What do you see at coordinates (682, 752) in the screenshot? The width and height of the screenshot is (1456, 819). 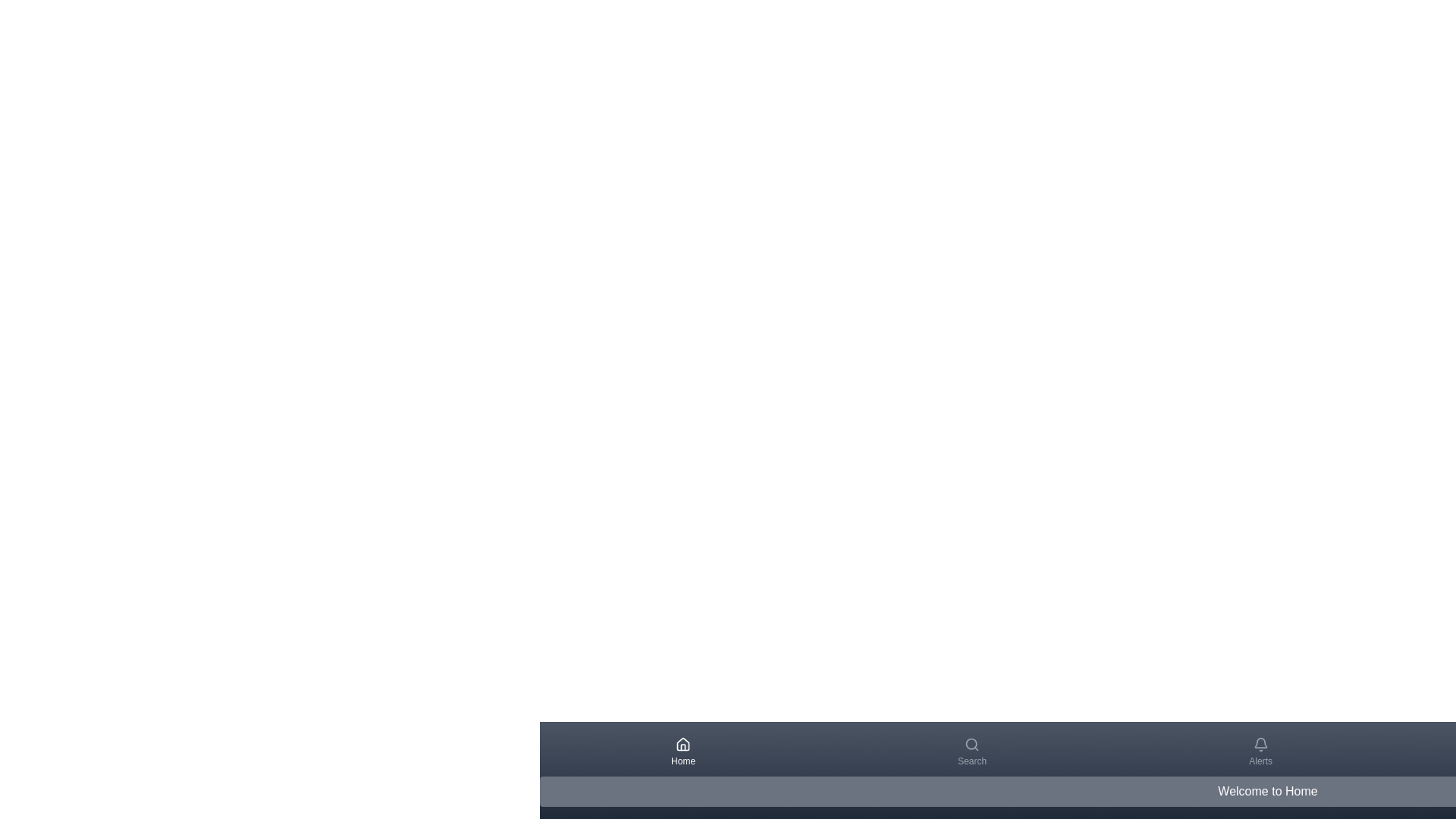 I see `the Home tab to navigate to its section` at bounding box center [682, 752].